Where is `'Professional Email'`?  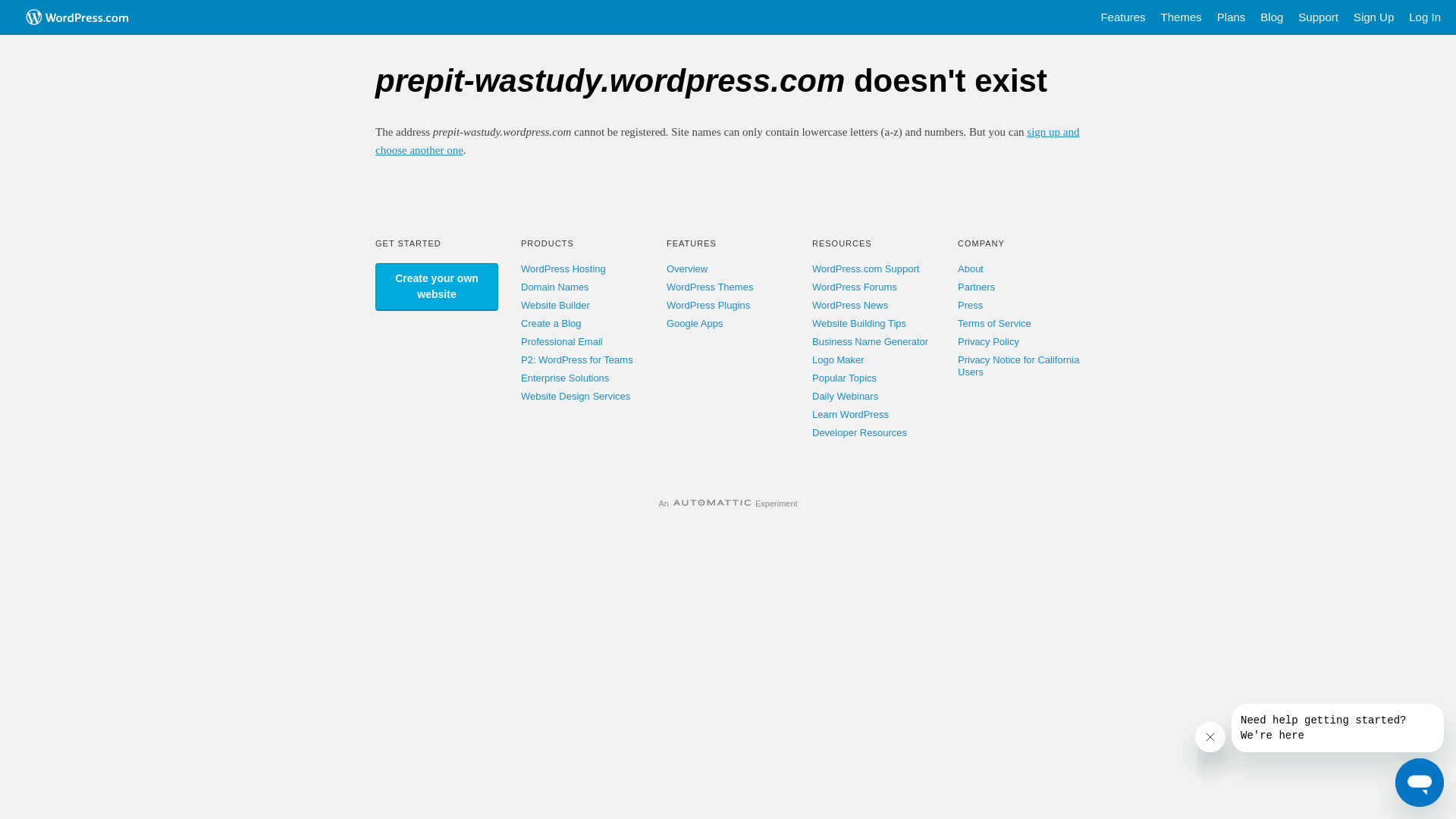
'Professional Email' is located at coordinates (560, 341).